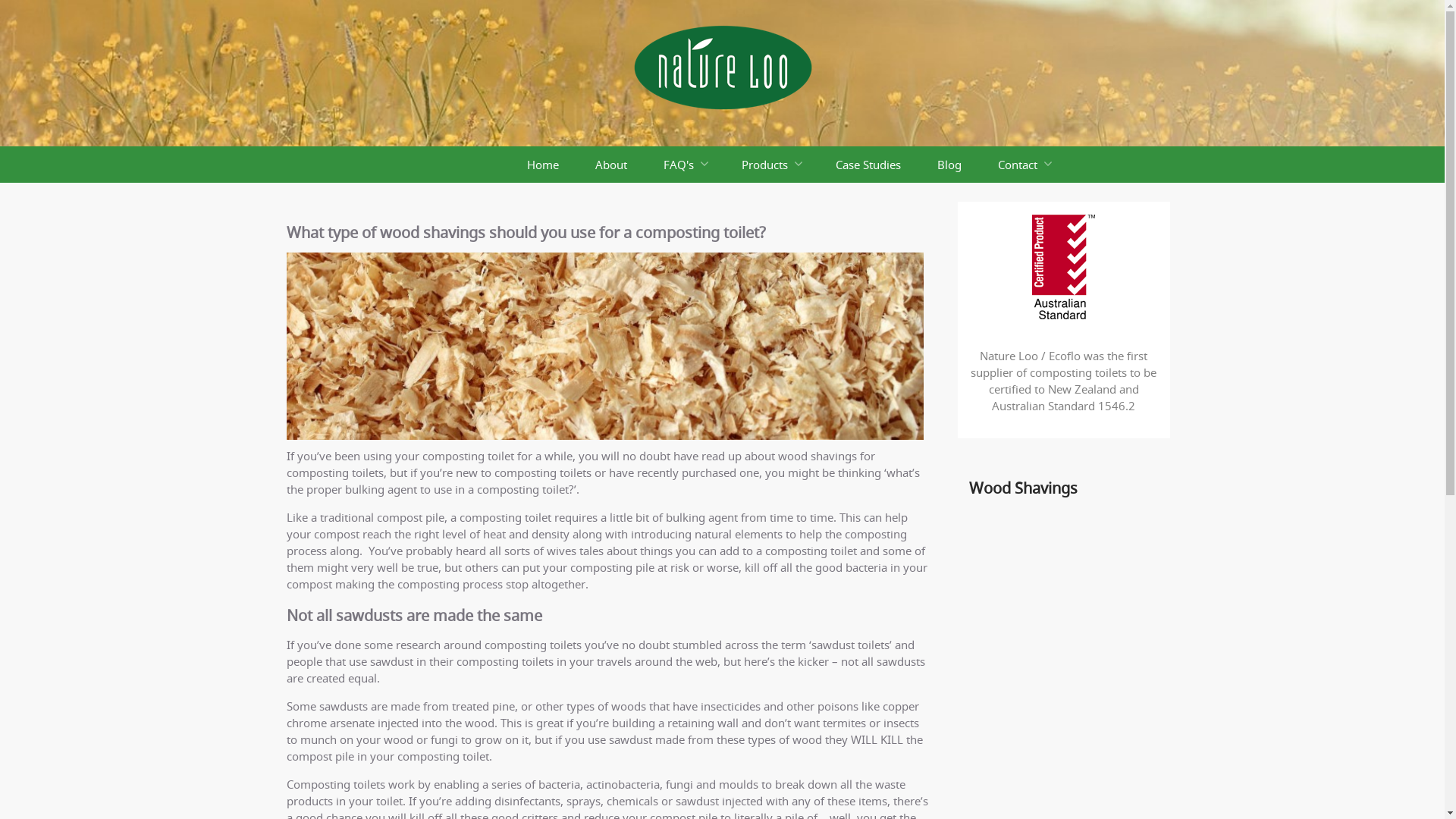  What do you see at coordinates (770, 164) in the screenshot?
I see `'Products'` at bounding box center [770, 164].